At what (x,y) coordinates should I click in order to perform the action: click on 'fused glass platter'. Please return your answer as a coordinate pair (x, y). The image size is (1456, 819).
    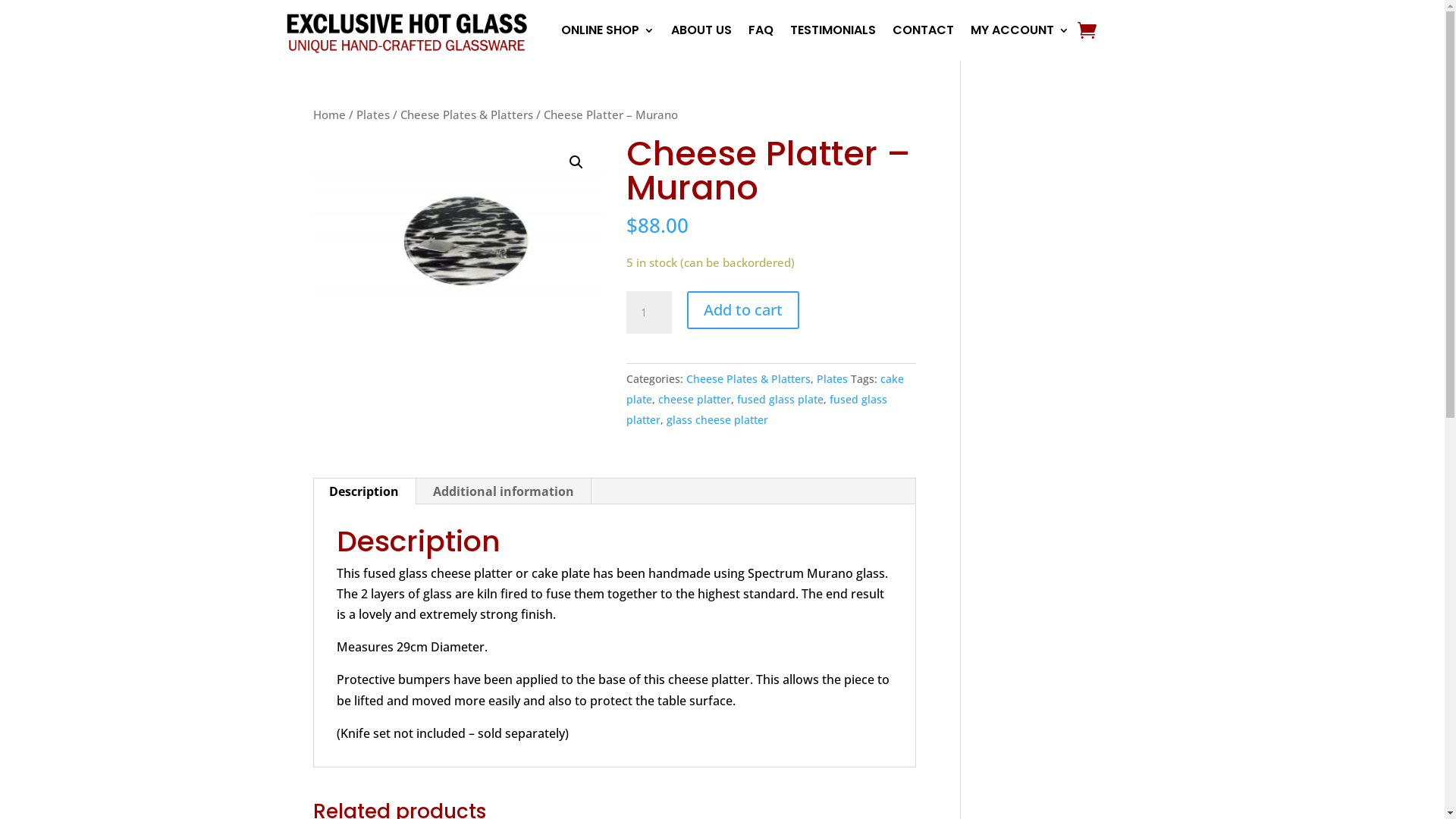
    Looking at the image, I should click on (757, 409).